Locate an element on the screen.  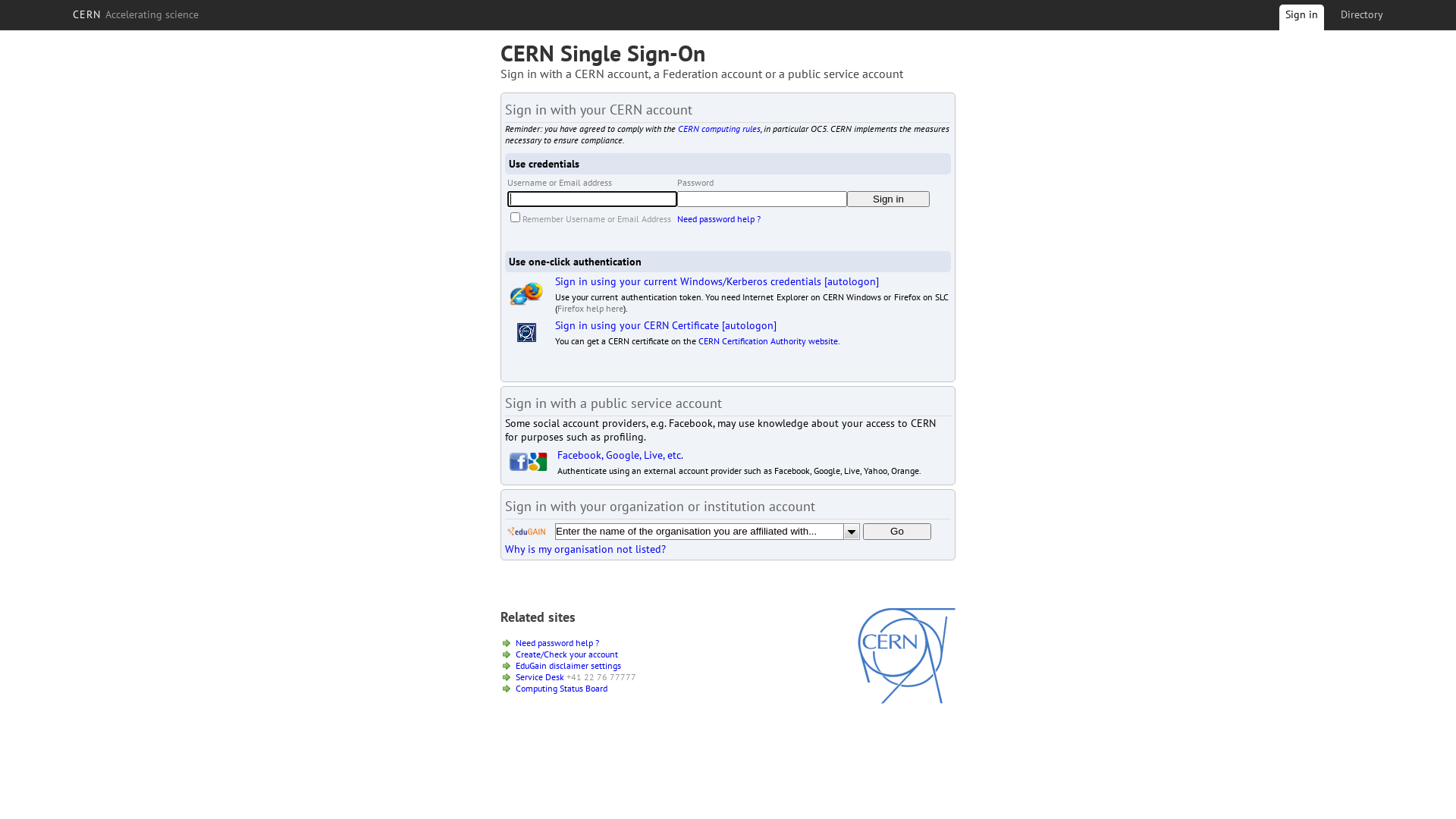
'[autologon]' is located at coordinates (852, 281).